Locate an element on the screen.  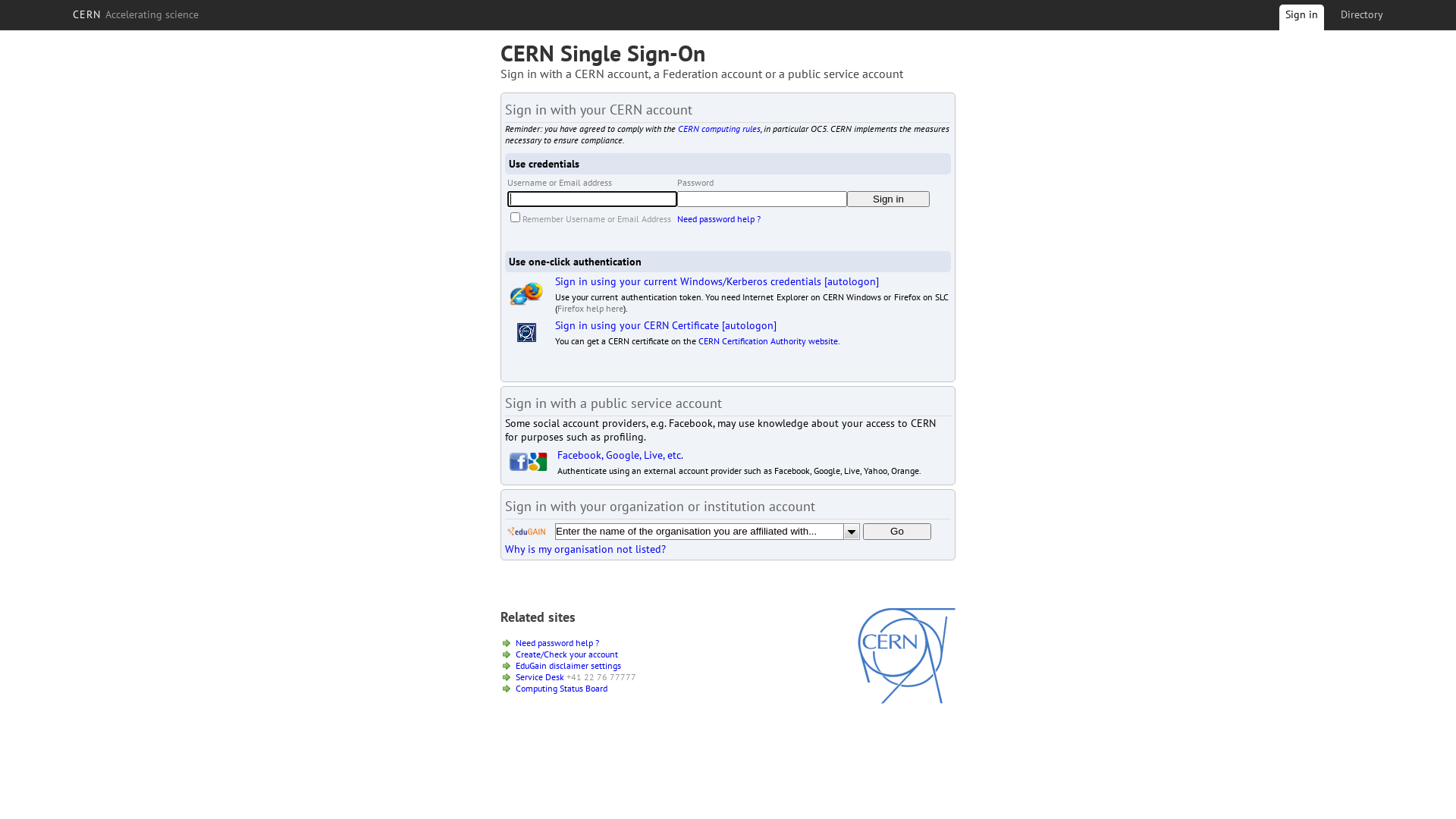
'[autologon]' is located at coordinates (852, 281).